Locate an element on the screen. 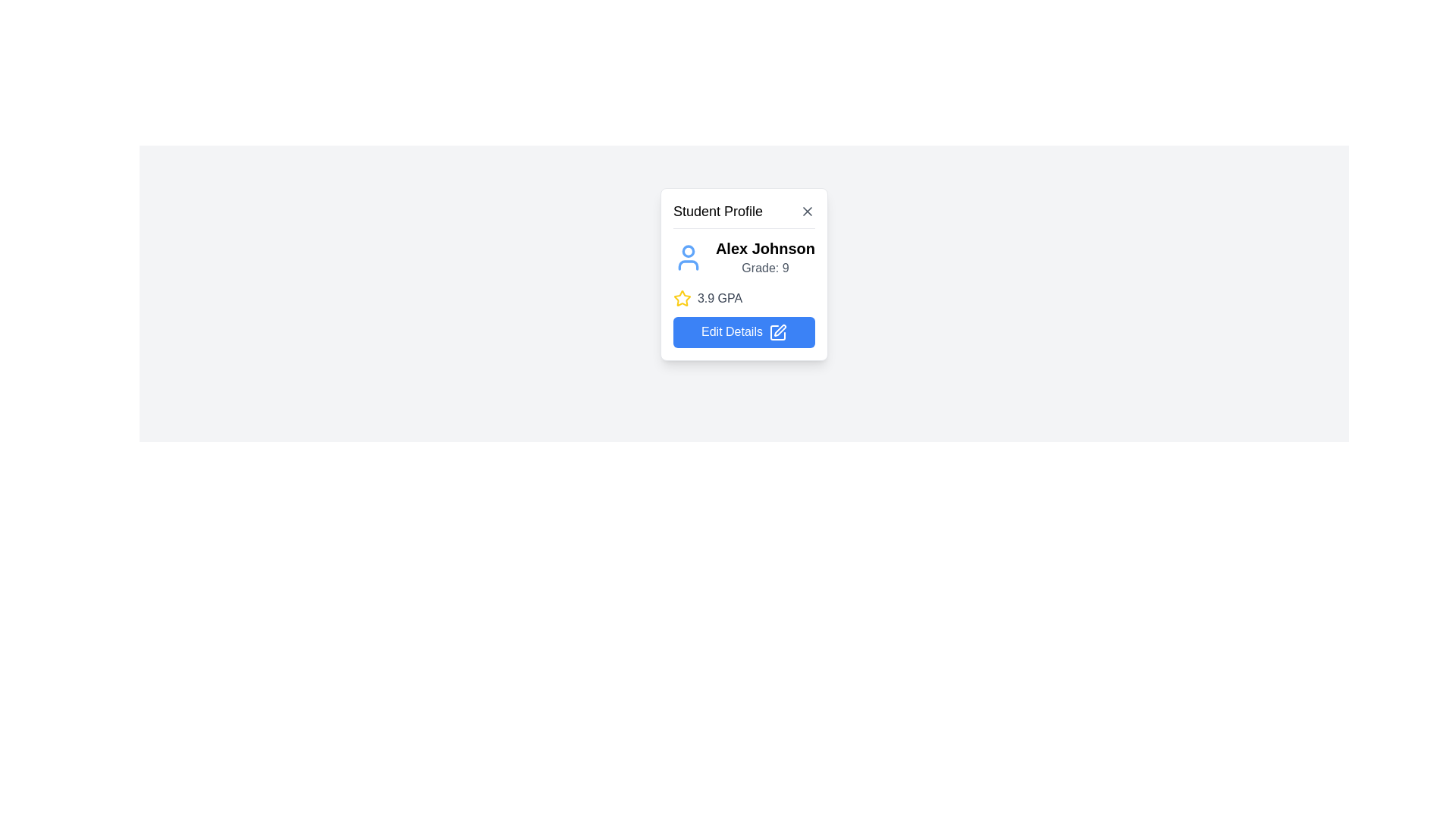  the Text Label displaying the full name 'Alex Johnson' for accessibility features is located at coordinates (765, 247).